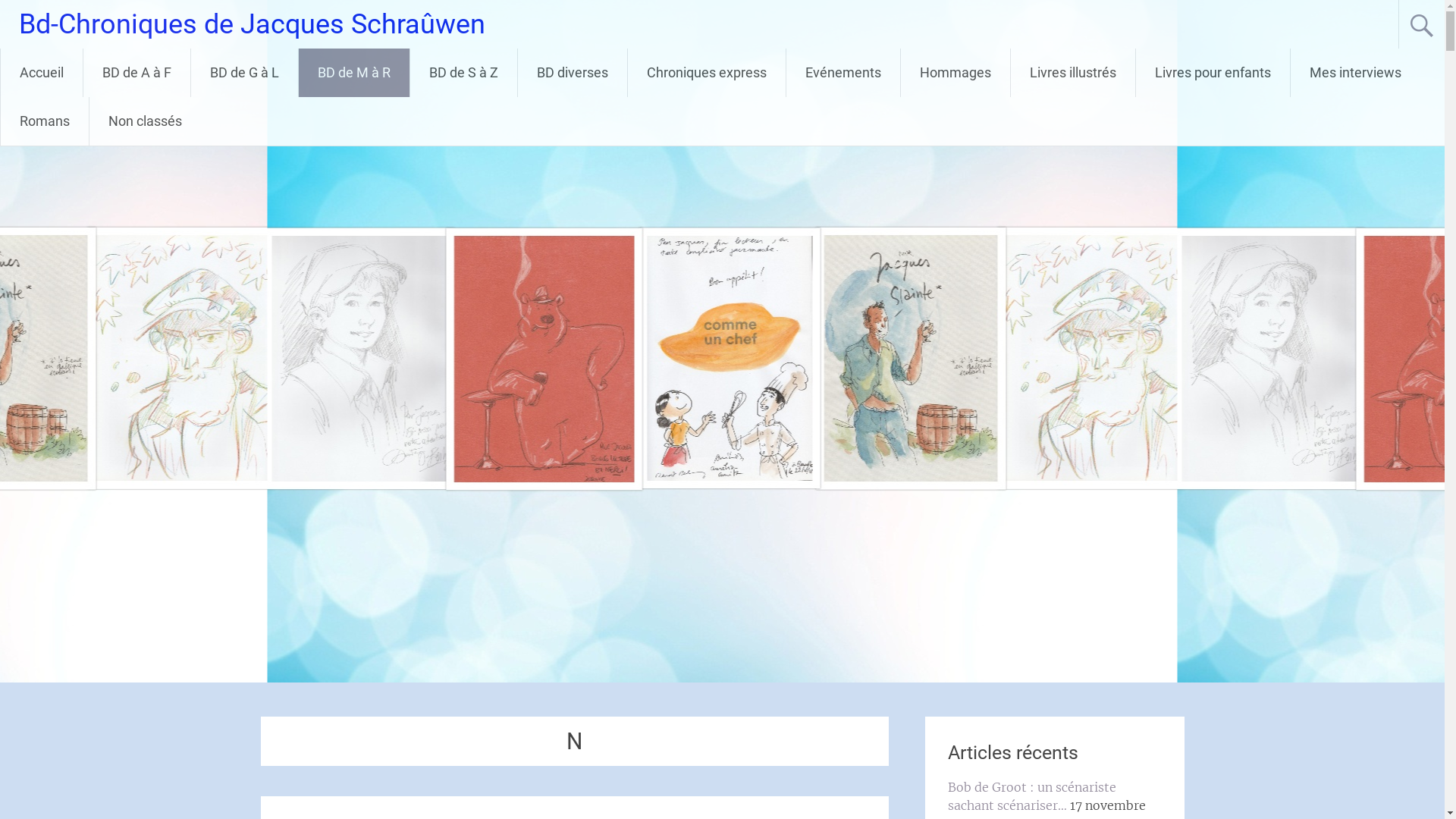 The image size is (1456, 819). I want to click on 'Livres pour enfants', so click(1212, 73).